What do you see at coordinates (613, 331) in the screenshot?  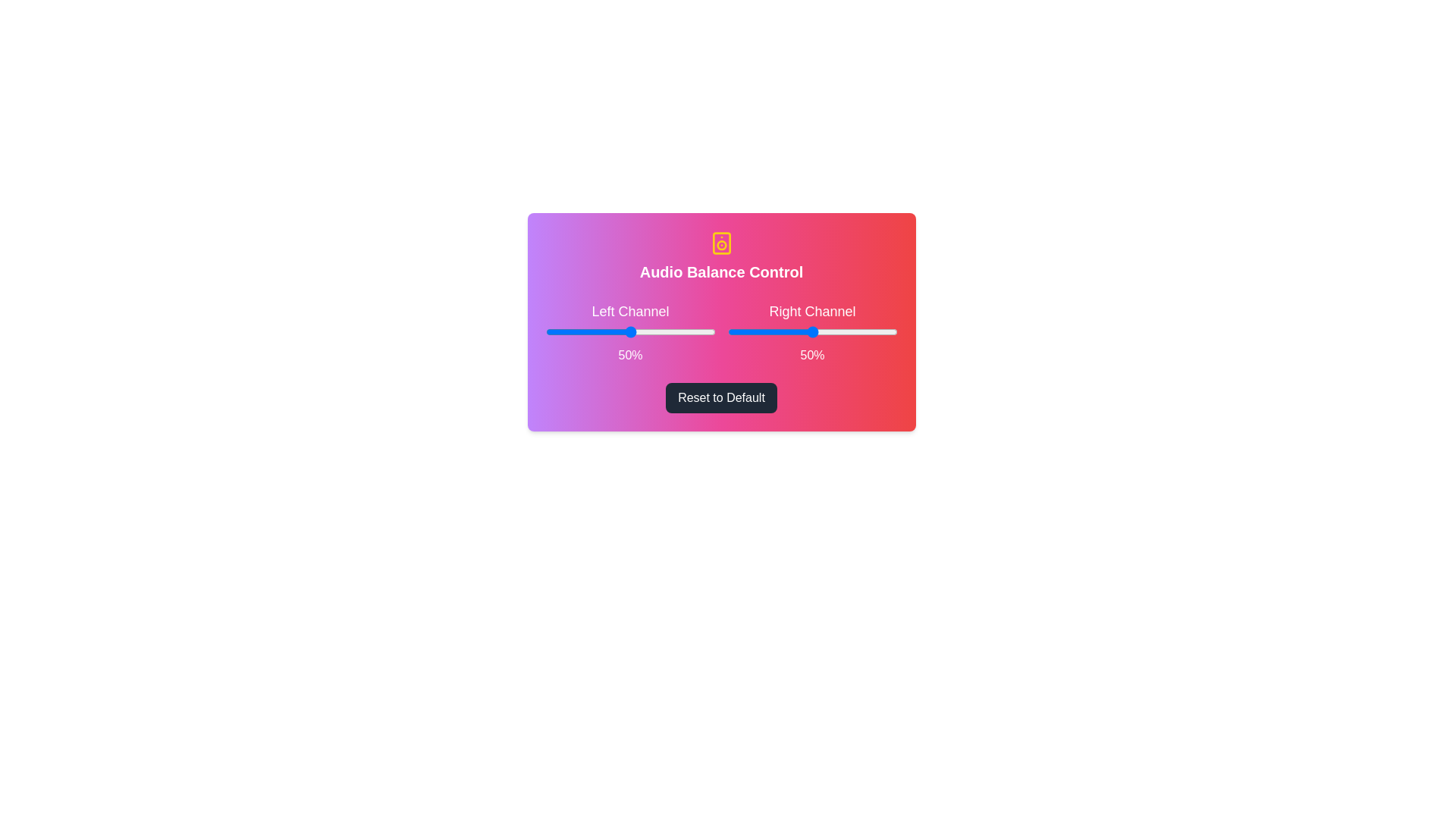 I see `the left slider to 40%` at bounding box center [613, 331].